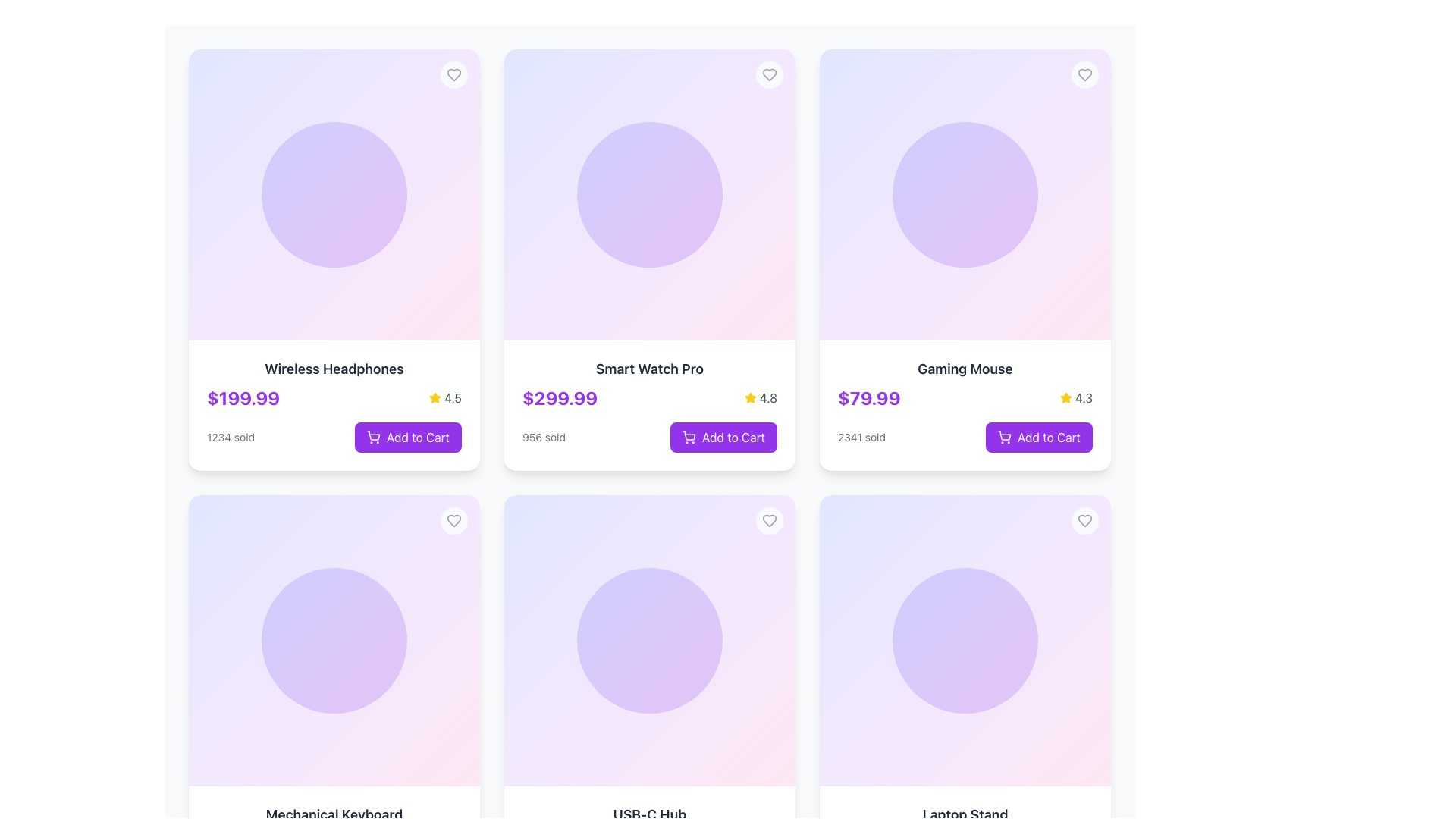  Describe the element at coordinates (1038, 438) in the screenshot. I see `the 'Add to Cart' button for the 'Gaming Mouse' product, located at the bottom of the third card in the grid` at that location.